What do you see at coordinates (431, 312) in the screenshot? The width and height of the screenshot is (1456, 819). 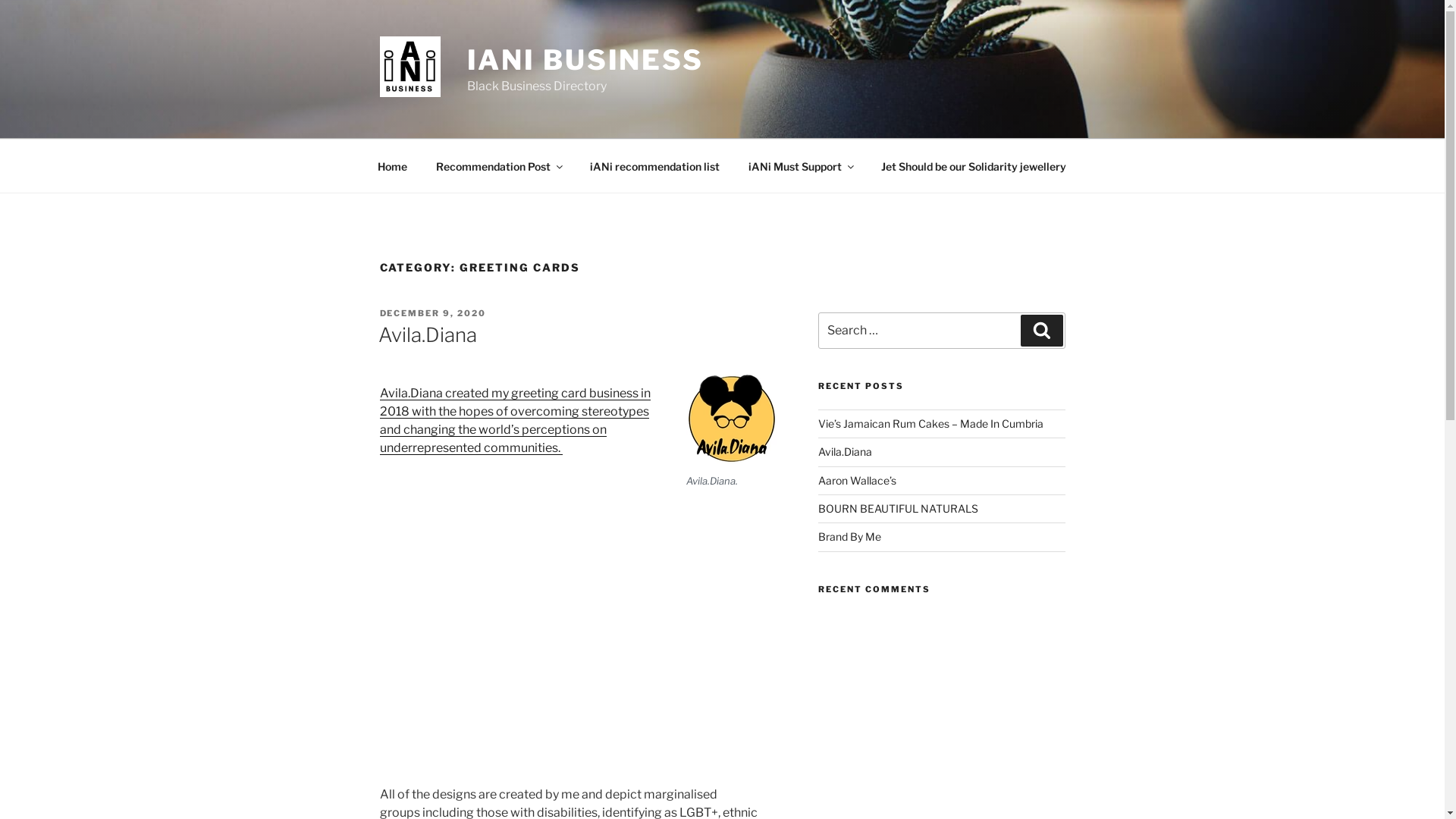 I see `'DECEMBER 9, 2020'` at bounding box center [431, 312].